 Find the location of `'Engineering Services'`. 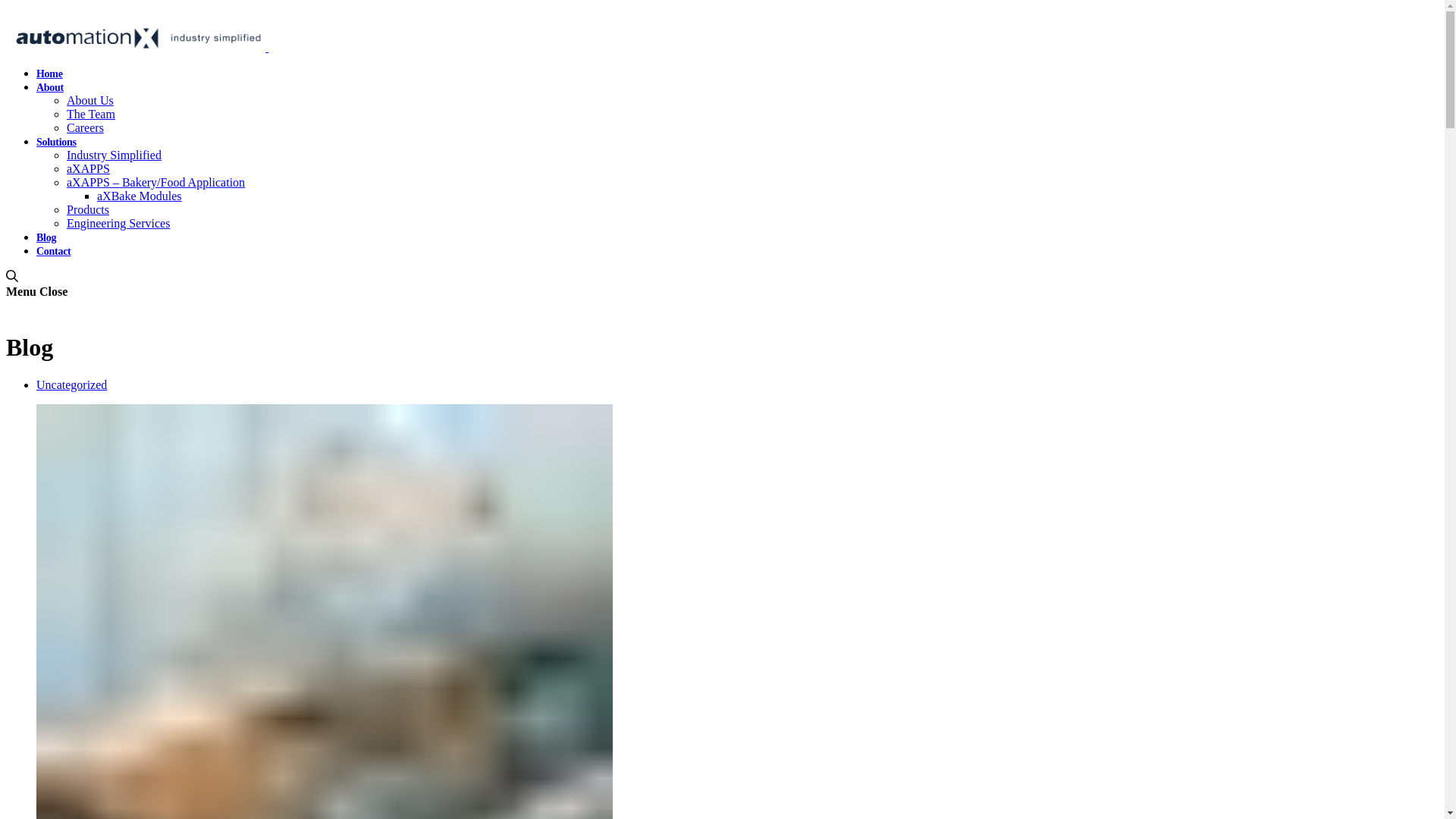

'Engineering Services' is located at coordinates (118, 223).